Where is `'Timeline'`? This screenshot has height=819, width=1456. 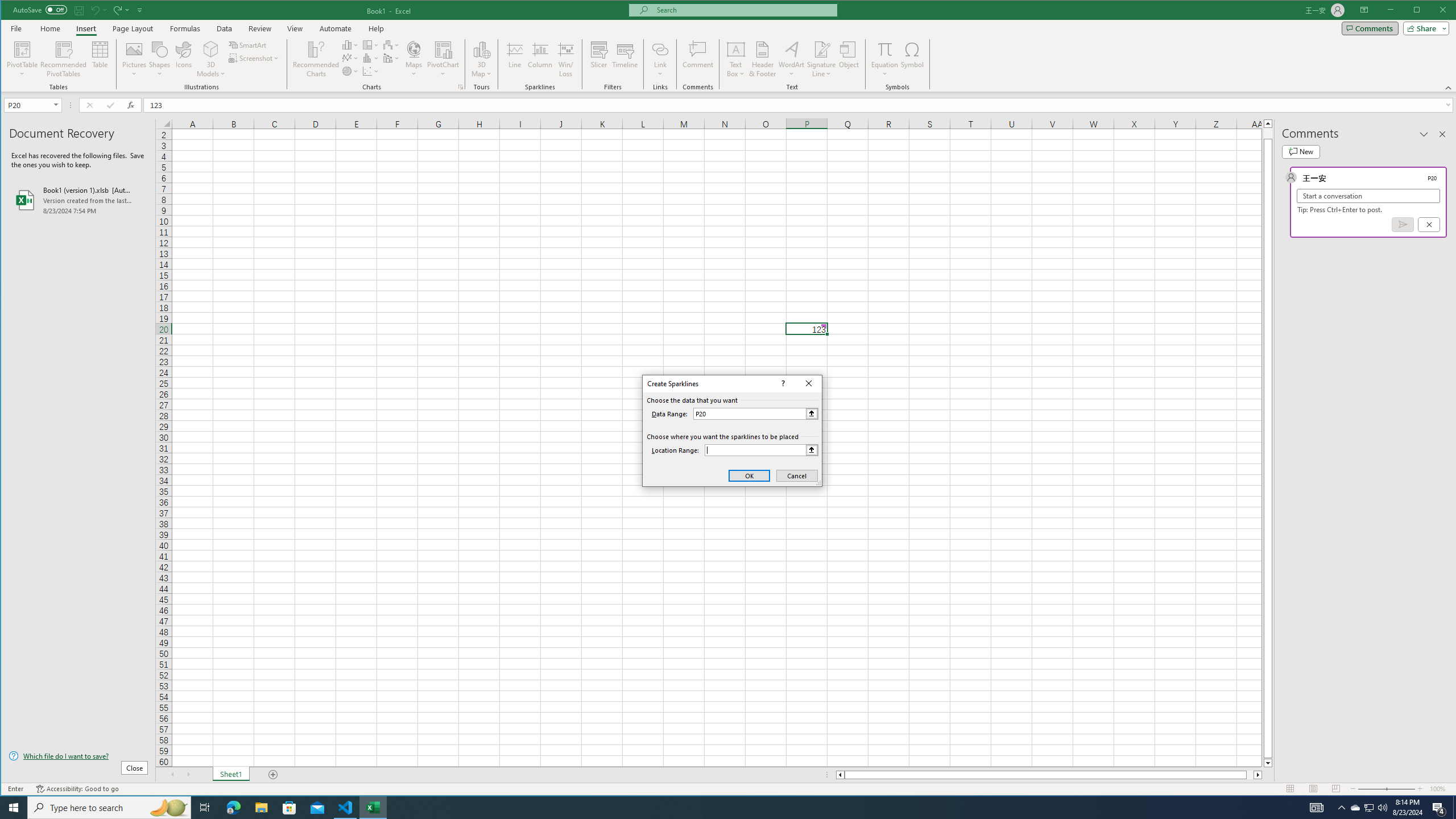
'Timeline' is located at coordinates (624, 59).